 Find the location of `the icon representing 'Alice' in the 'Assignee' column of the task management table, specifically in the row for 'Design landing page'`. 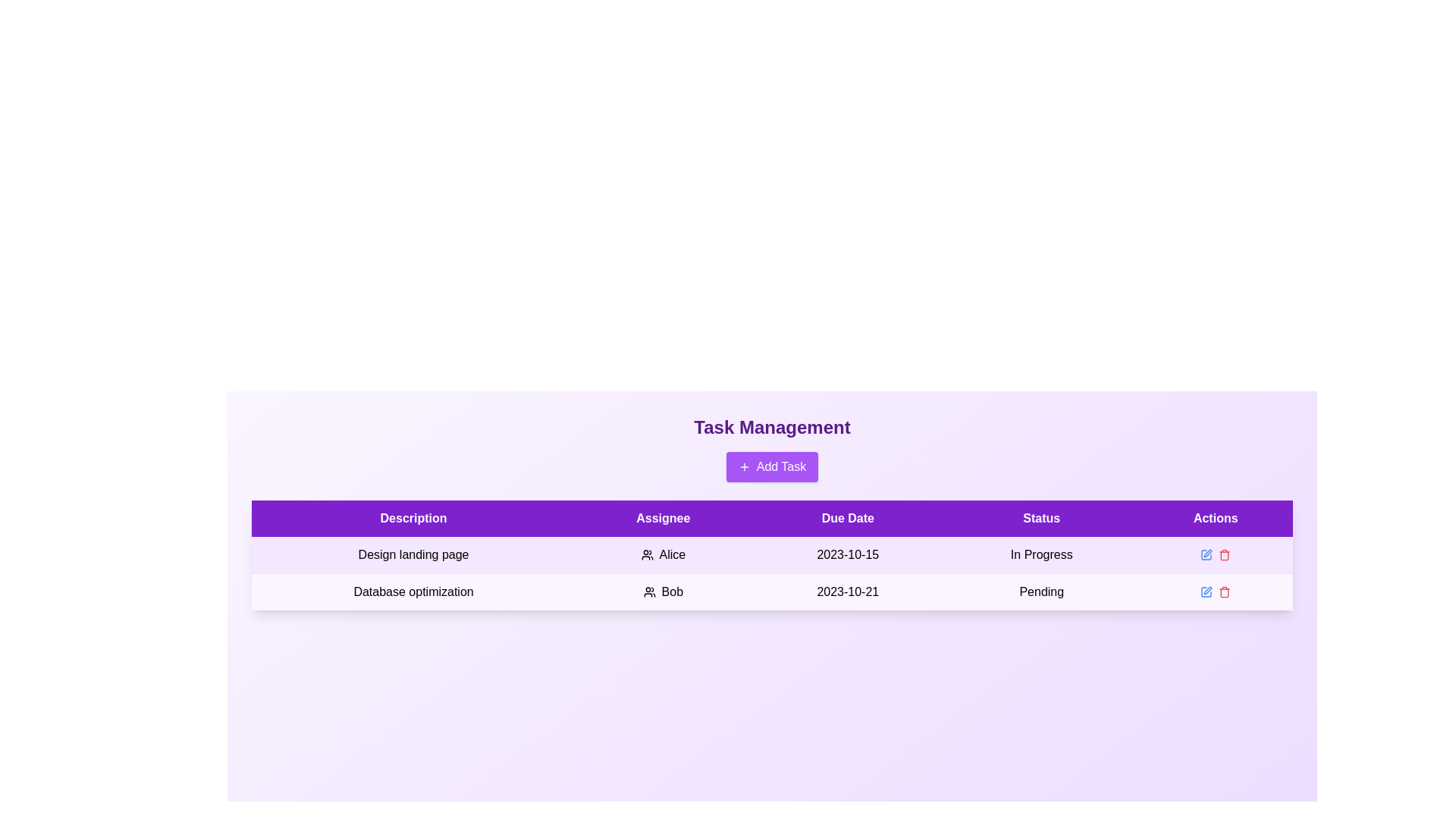

the icon representing 'Alice' in the 'Assignee' column of the task management table, specifically in the row for 'Design landing page' is located at coordinates (647, 555).